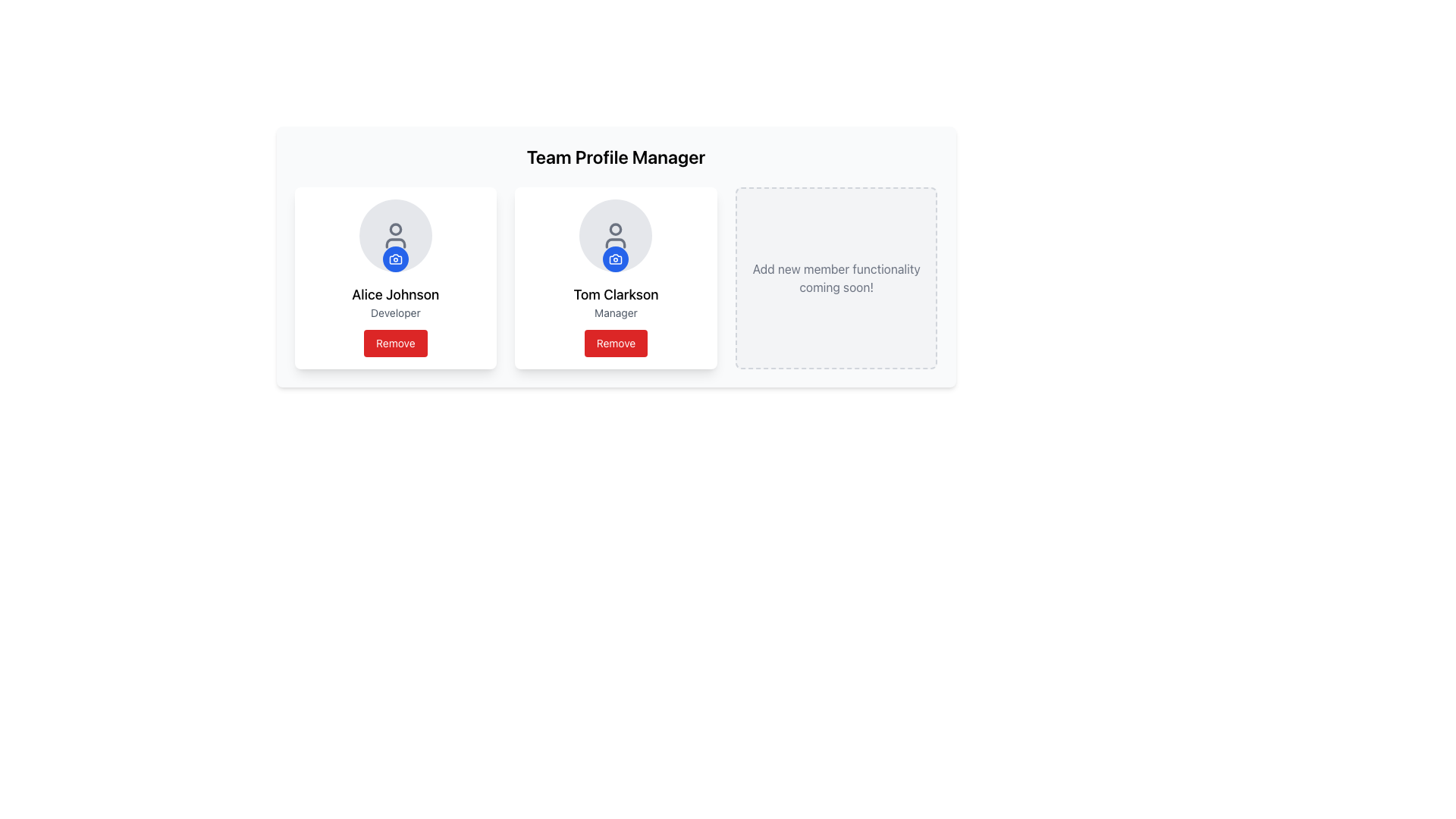 Image resolution: width=1456 pixels, height=819 pixels. What do you see at coordinates (616, 312) in the screenshot?
I see `the text label indicating the role of 'Tom Clarkson' located within the card, positioned directly below his name and above the 'Remove' button` at bounding box center [616, 312].